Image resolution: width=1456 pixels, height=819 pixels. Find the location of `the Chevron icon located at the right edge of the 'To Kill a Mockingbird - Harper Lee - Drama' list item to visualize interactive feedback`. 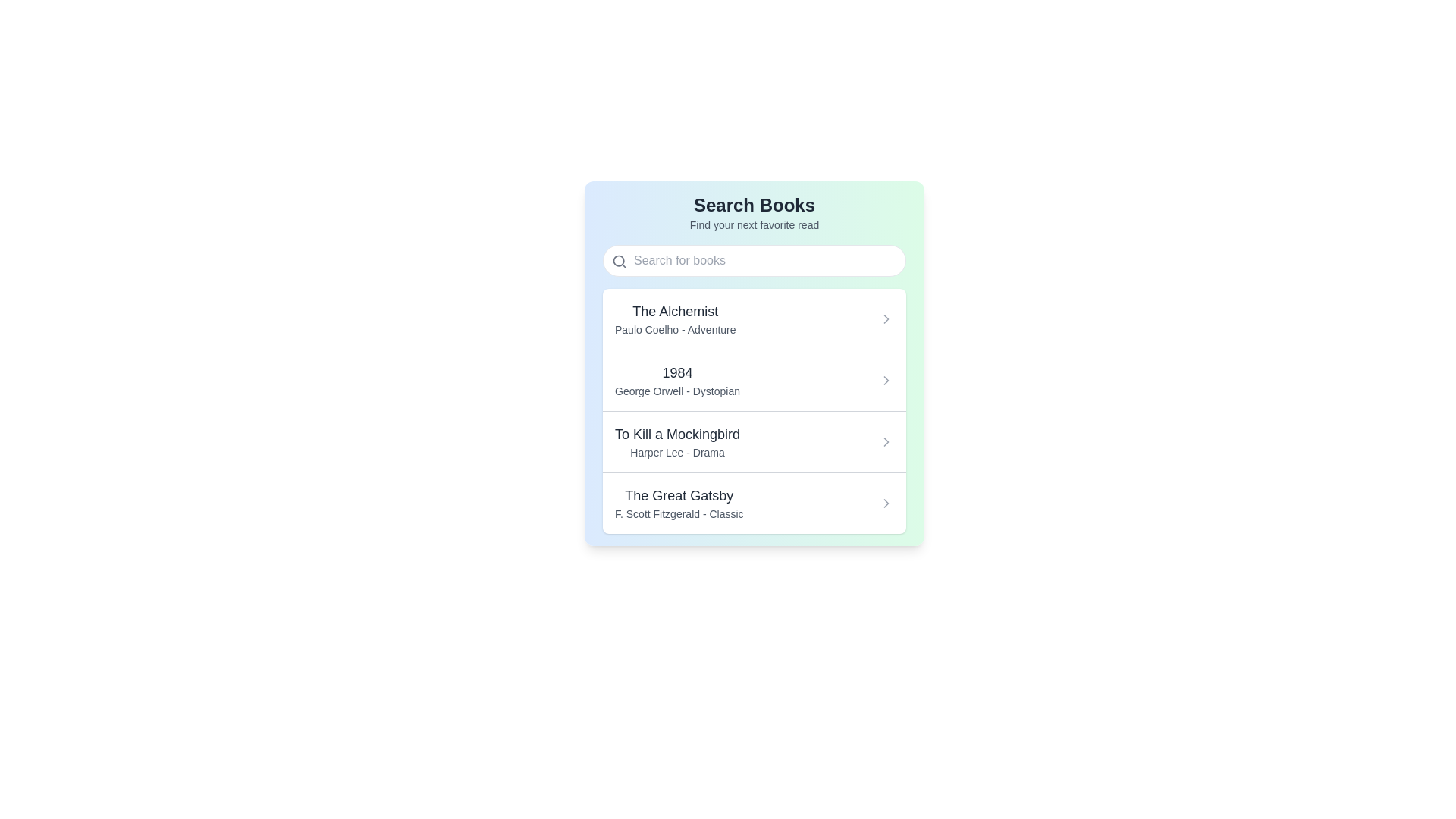

the Chevron icon located at the right edge of the 'To Kill a Mockingbird - Harper Lee - Drama' list item to visualize interactive feedback is located at coordinates (886, 441).